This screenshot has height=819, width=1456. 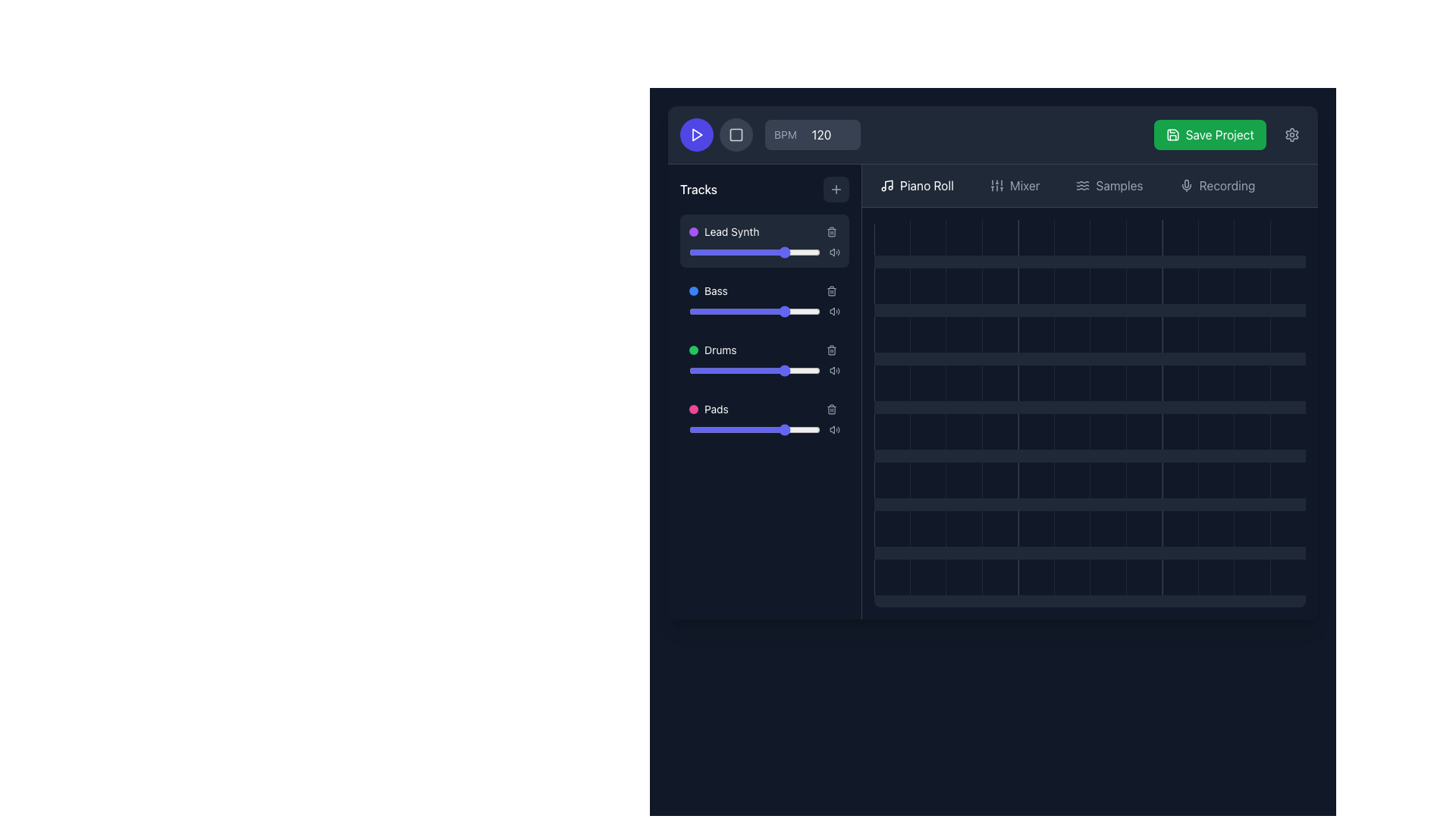 I want to click on the square block with a dark gray background located in the bottom-right corner of the grid layout, so click(x=1287, y=334).